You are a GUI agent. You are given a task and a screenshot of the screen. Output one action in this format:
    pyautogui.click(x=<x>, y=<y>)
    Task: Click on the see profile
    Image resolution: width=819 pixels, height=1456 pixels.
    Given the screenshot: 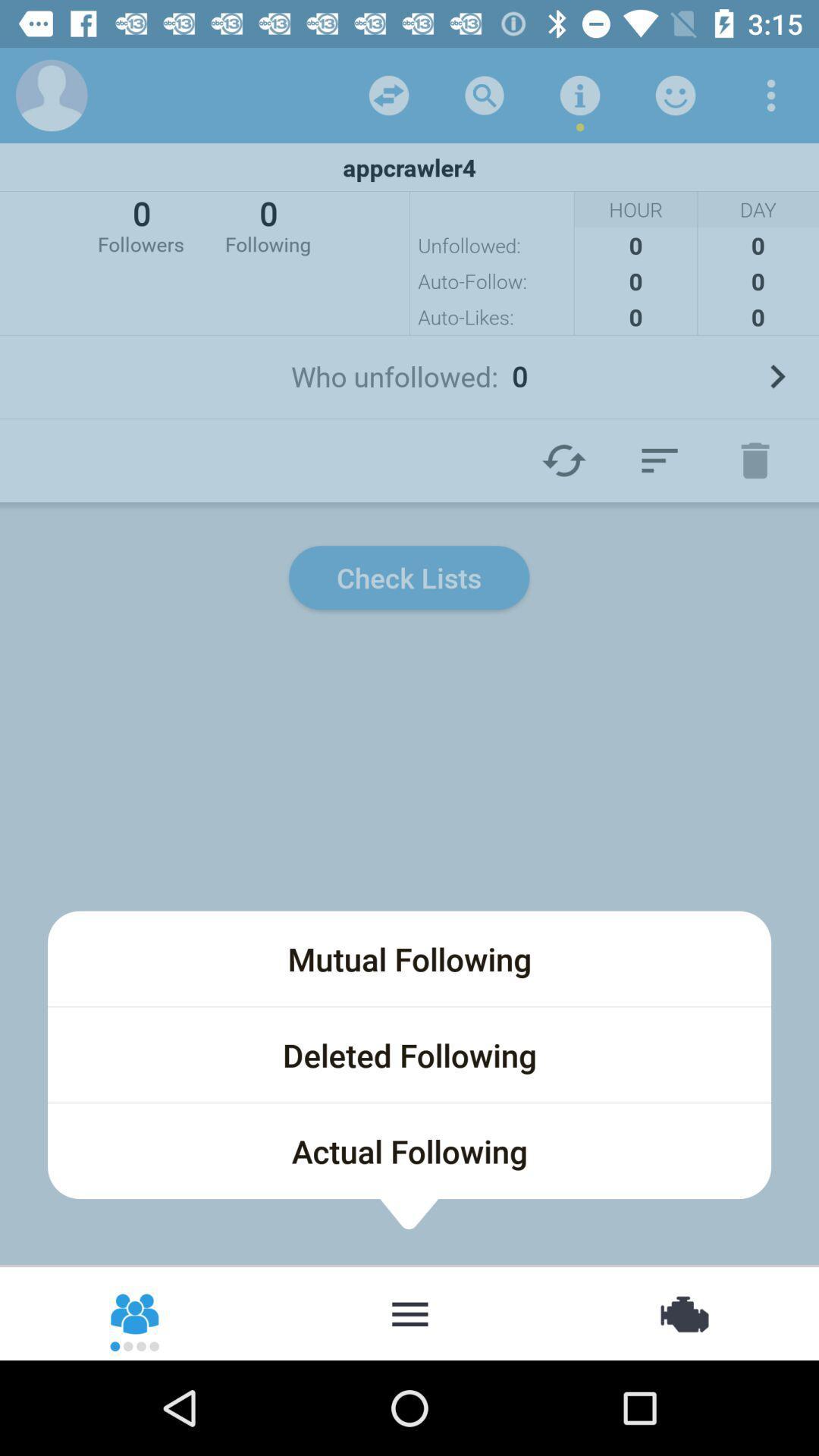 What is the action you would take?
    pyautogui.click(x=51, y=94)
    